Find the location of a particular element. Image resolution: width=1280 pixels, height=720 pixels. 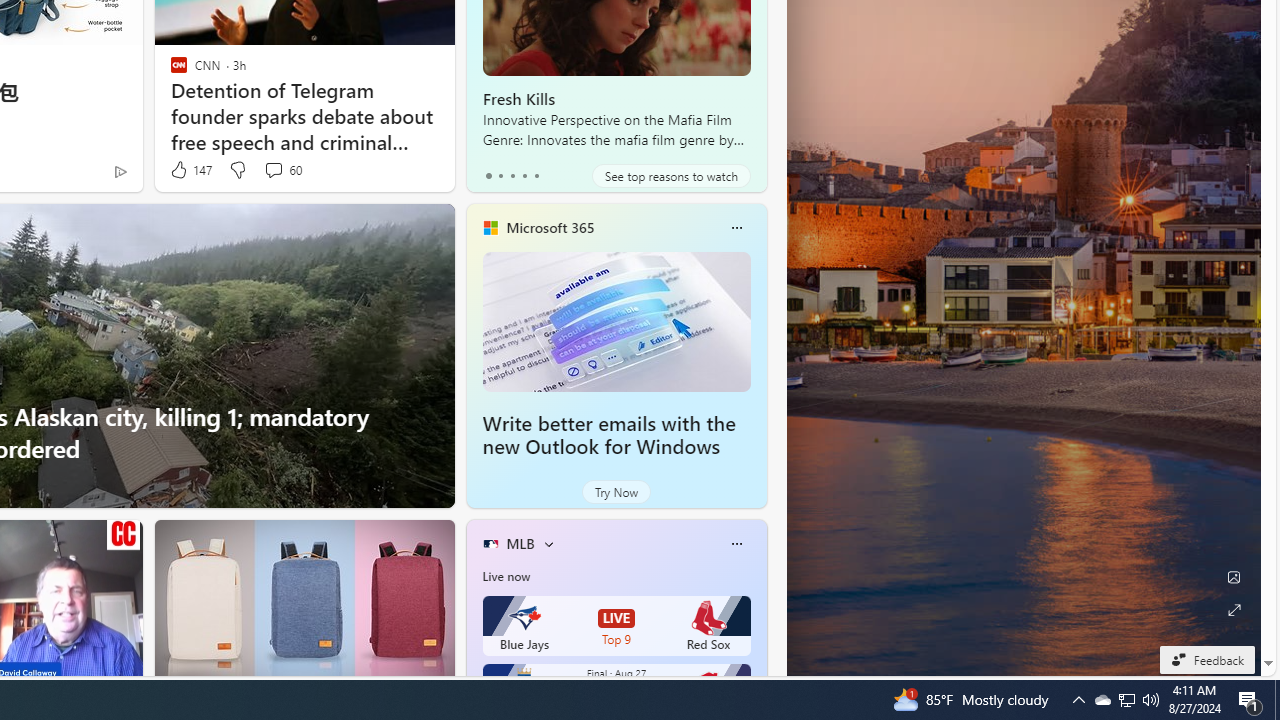

'Write better emails with the new Outlook for Windows' is located at coordinates (615, 320).